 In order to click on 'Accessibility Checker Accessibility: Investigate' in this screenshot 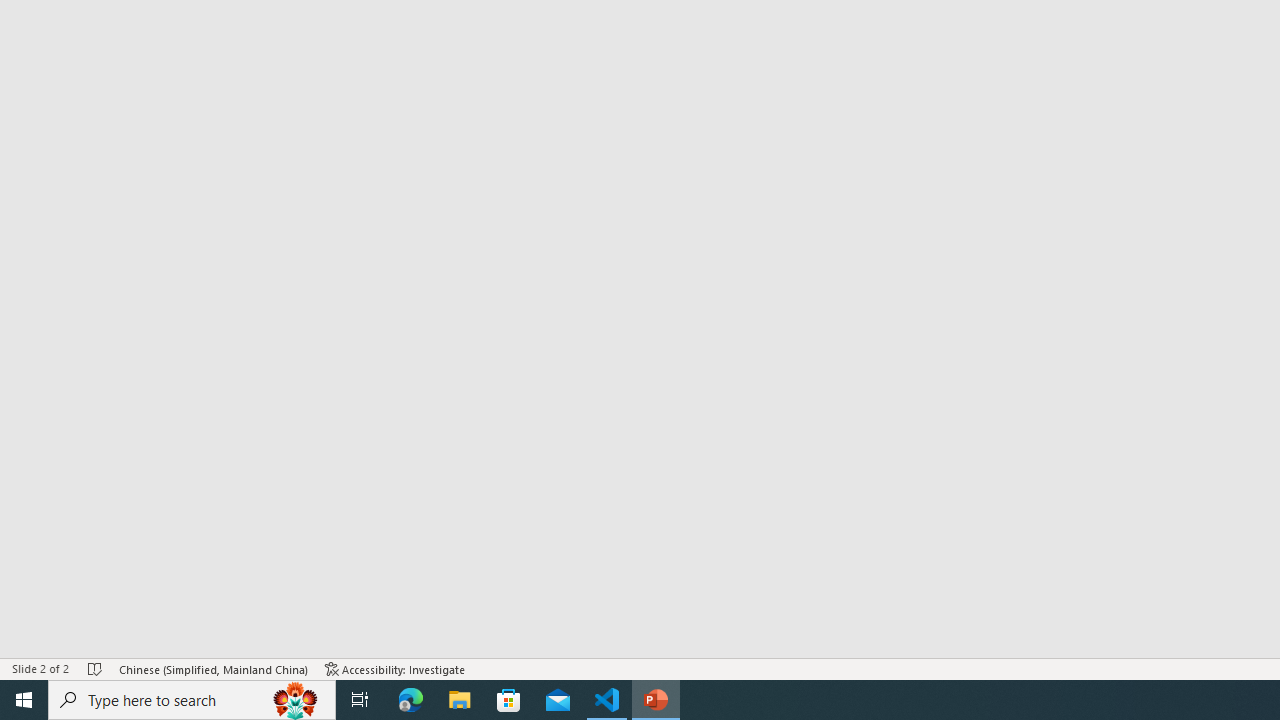, I will do `click(395, 669)`.